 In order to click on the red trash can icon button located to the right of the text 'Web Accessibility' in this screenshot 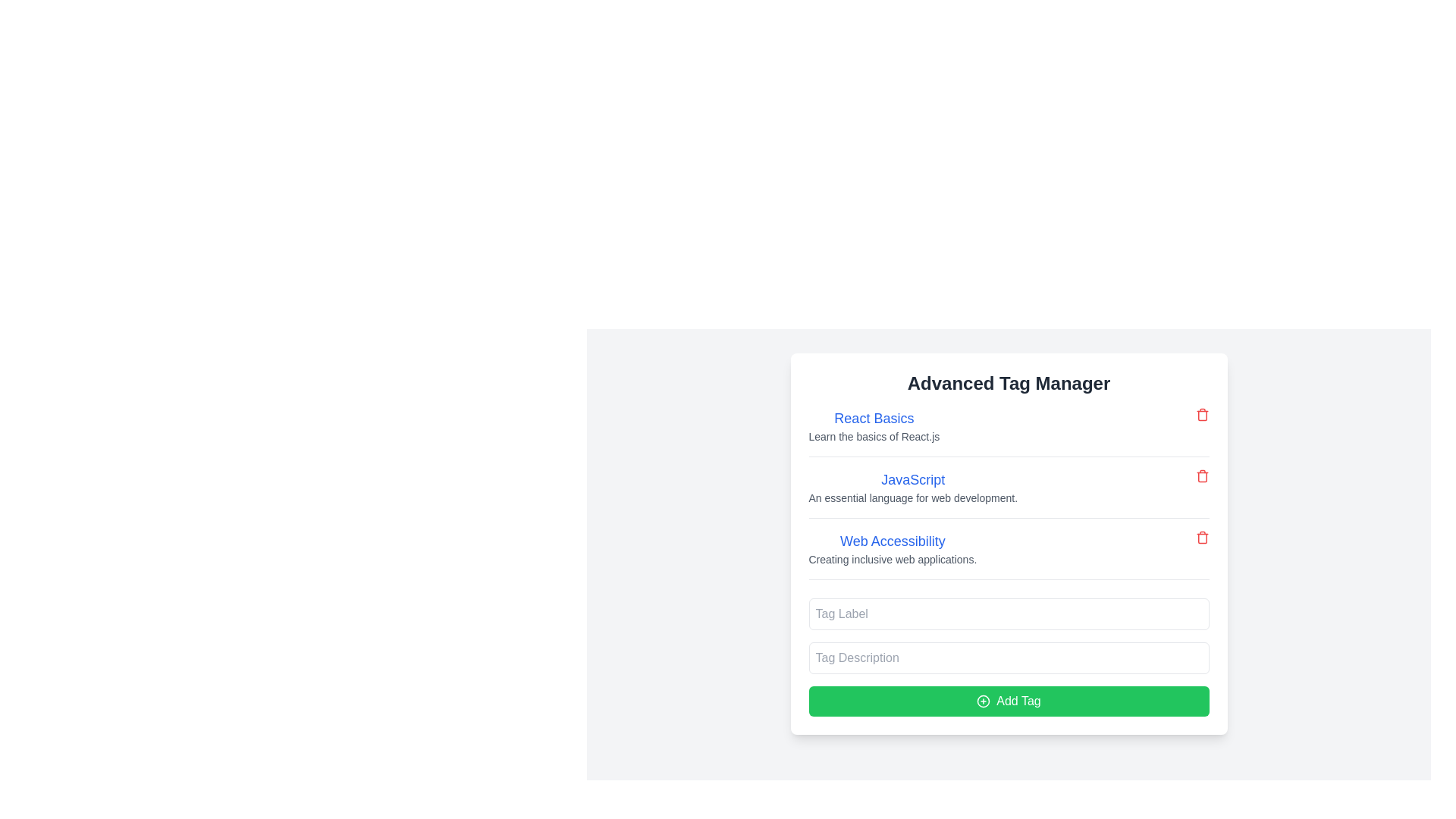, I will do `click(1201, 537)`.